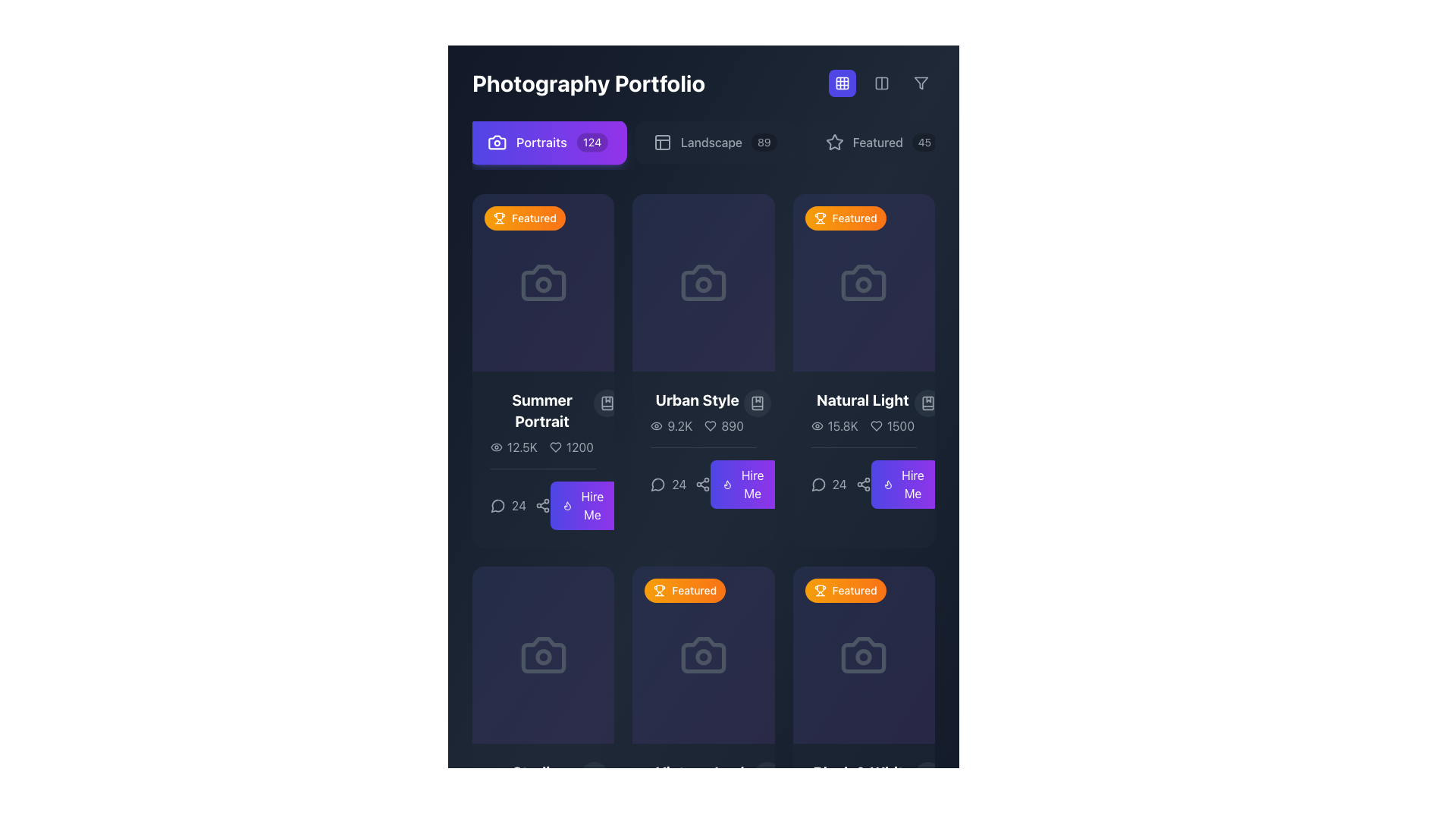 Image resolution: width=1456 pixels, height=819 pixels. Describe the element at coordinates (542, 411) in the screenshot. I see `the static text label that displays 'Summer Portrait', which is bold, white, and centrally positioned in the first portfolio card of the grid` at that location.